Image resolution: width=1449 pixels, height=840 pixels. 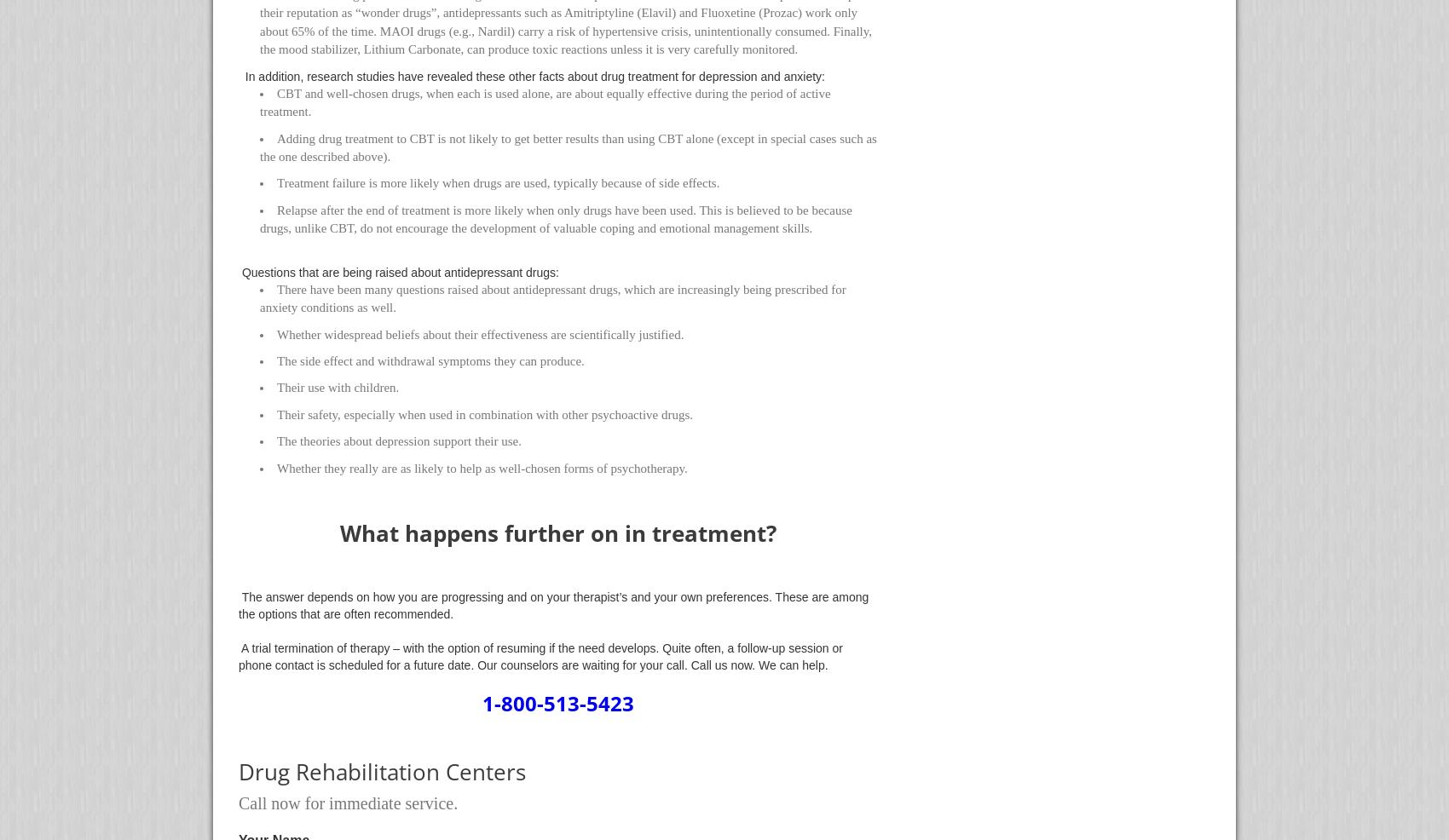 What do you see at coordinates (382, 772) in the screenshot?
I see `'Drug Rehabilitation Centers'` at bounding box center [382, 772].